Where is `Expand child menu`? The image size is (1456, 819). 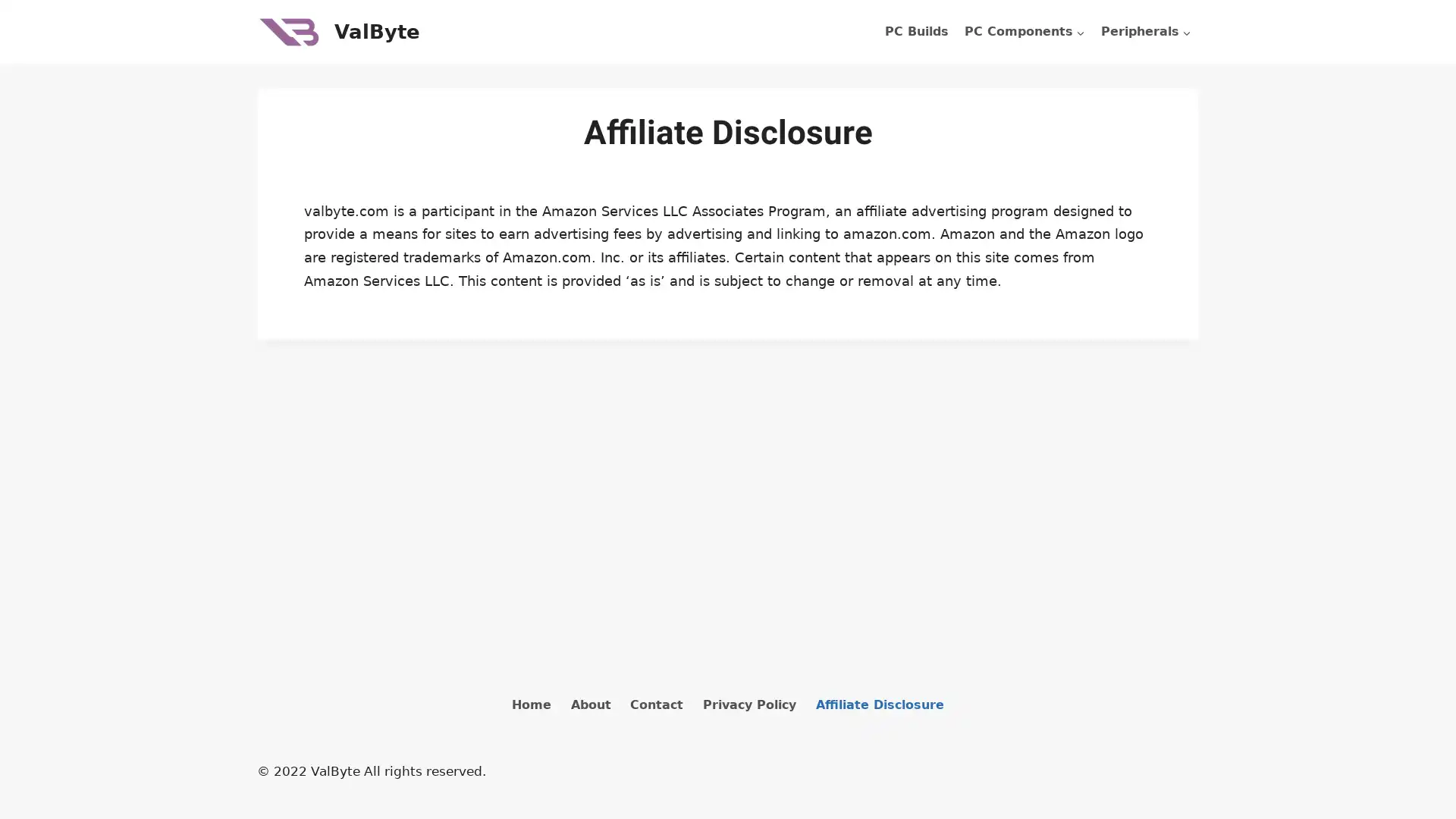 Expand child menu is located at coordinates (1146, 32).